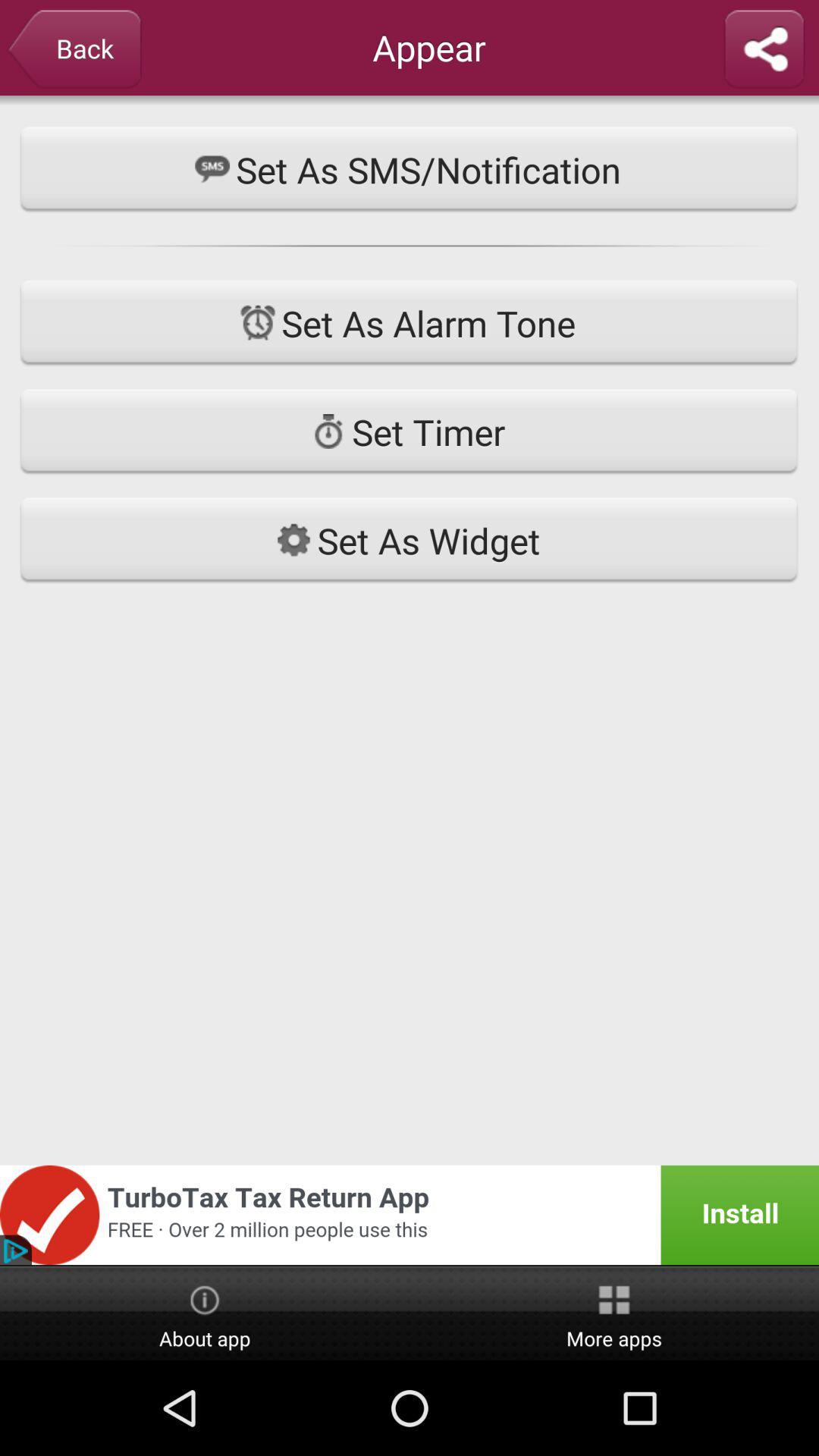 The width and height of the screenshot is (819, 1456). I want to click on share ringtone, so click(764, 50).